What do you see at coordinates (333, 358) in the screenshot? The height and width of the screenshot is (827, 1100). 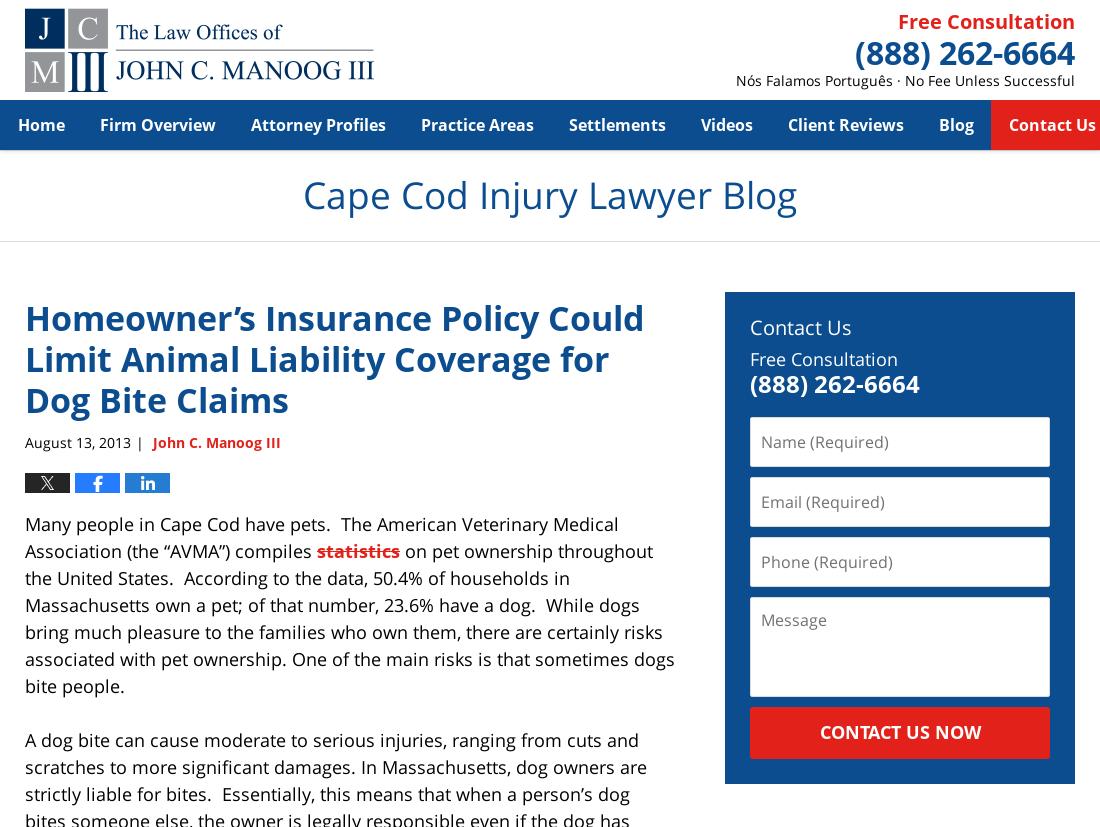 I see `'Homeowner’s Insurance Policy Could Limit Animal Liability Coverage for Dog Bite Claims'` at bounding box center [333, 358].